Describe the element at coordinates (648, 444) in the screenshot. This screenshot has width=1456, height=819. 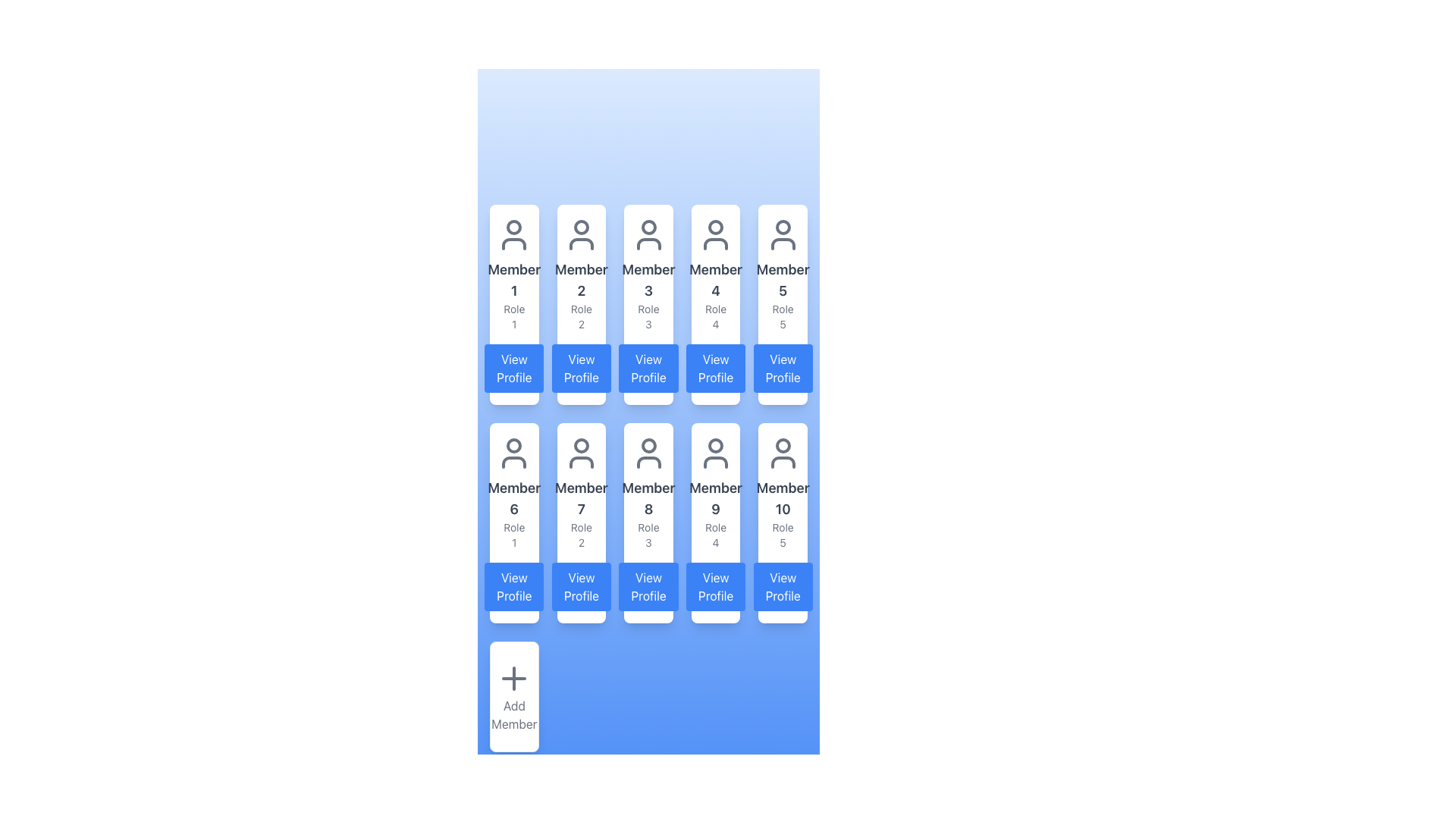
I see `the circular head of the person icon representing 'Member 8' located in the second row and third column of the grid layout` at that location.